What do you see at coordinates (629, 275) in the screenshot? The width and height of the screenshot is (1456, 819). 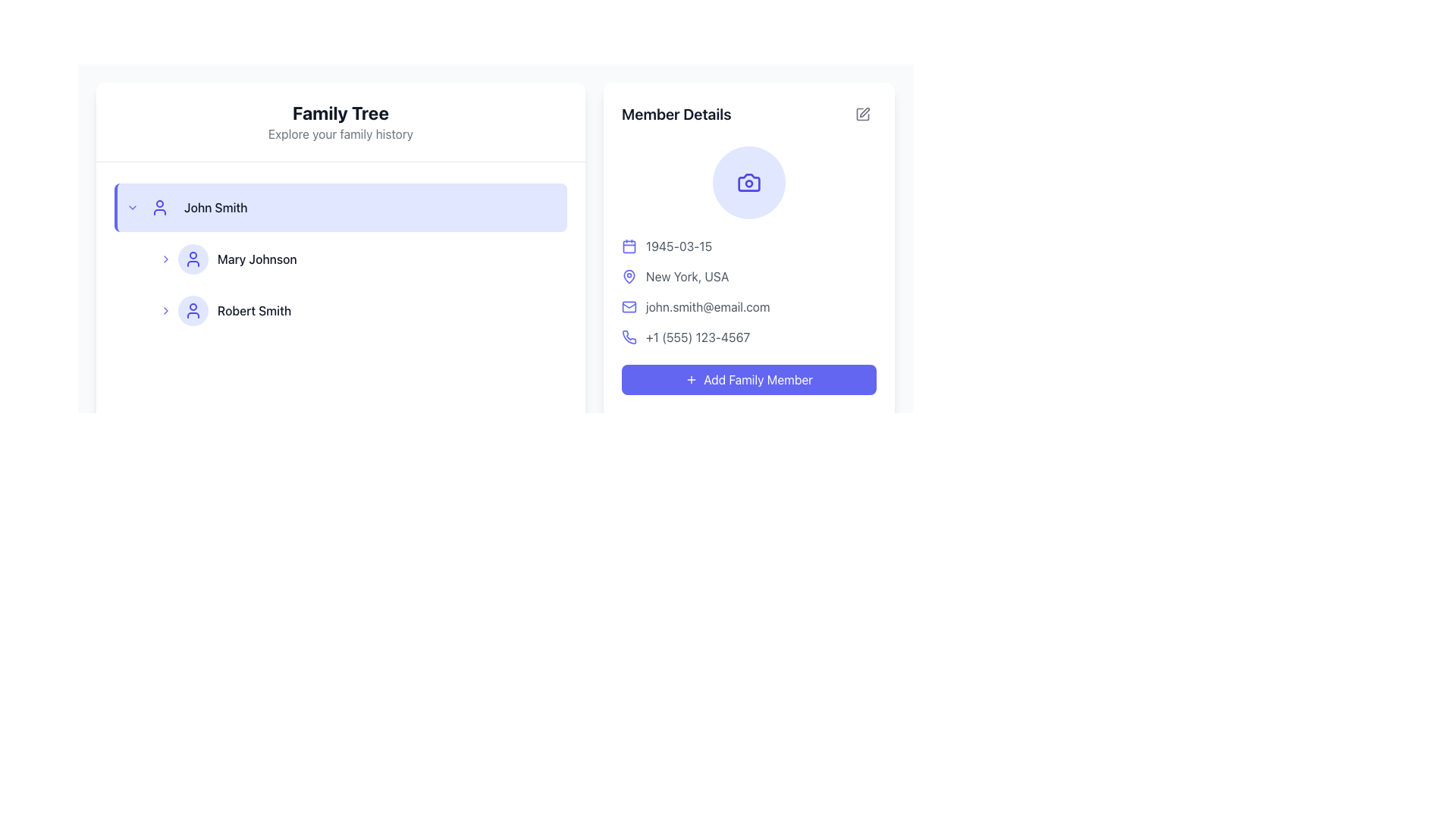 I see `the map pin icon located in the 'Member Details' panel, adjacent to the text 'New York, USA', following the date '1945-03-15'` at bounding box center [629, 275].